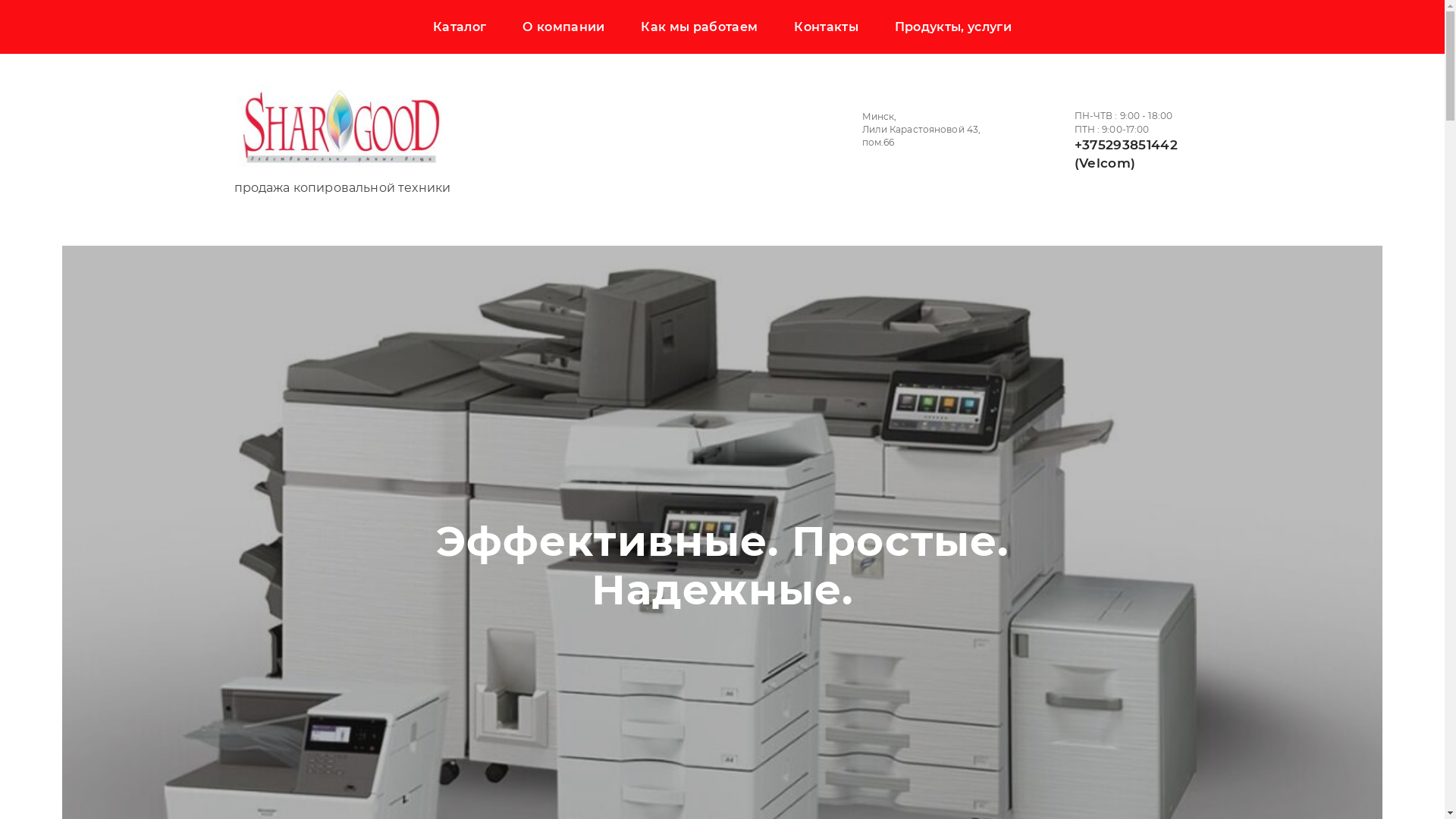 The height and width of the screenshot is (819, 1456). What do you see at coordinates (1125, 154) in the screenshot?
I see `'+375293851442 (Velcom)'` at bounding box center [1125, 154].